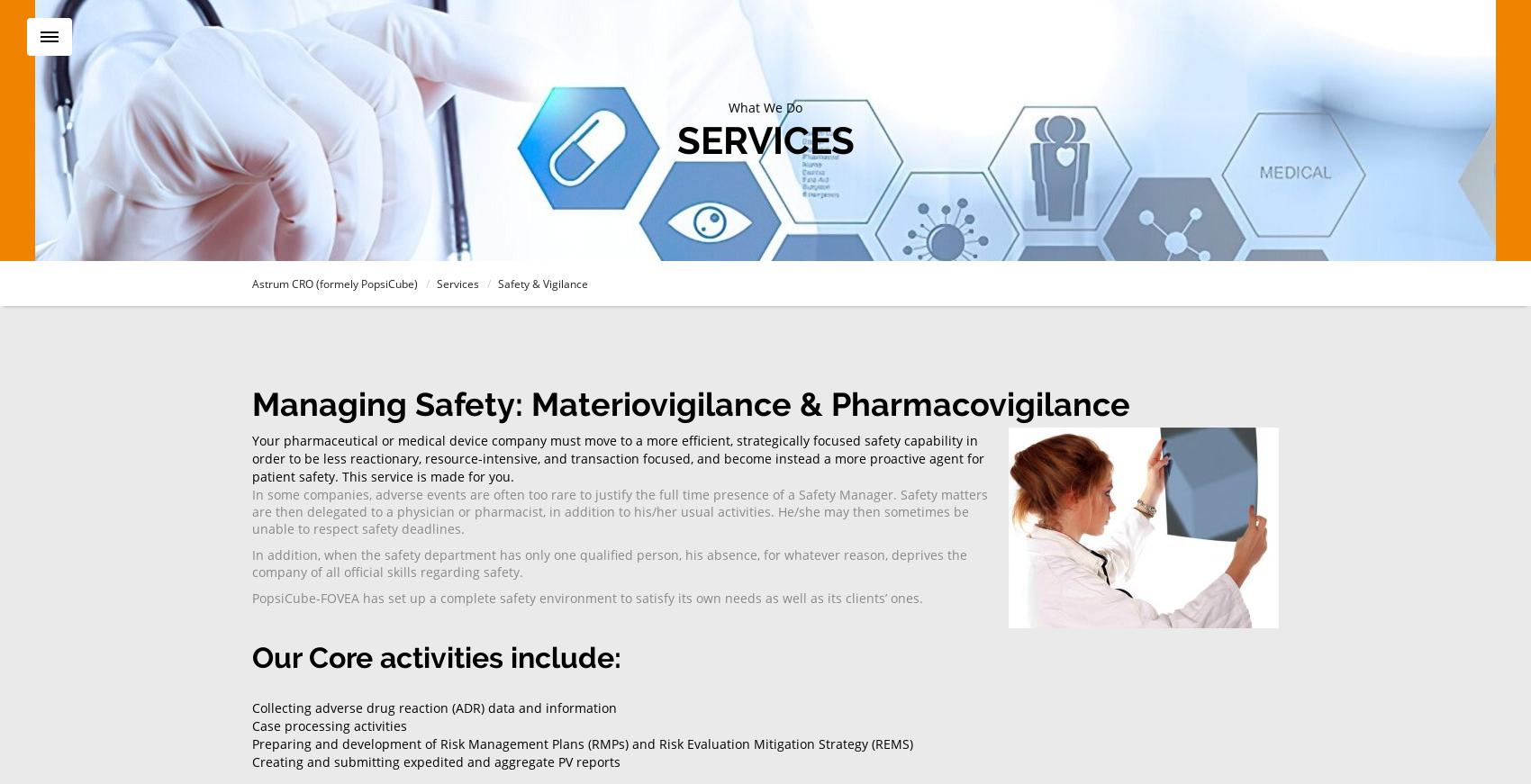 The width and height of the screenshot is (1531, 784). Describe the element at coordinates (333, 283) in the screenshot. I see `'Astrum CRO (formely PopsiCube)'` at that location.